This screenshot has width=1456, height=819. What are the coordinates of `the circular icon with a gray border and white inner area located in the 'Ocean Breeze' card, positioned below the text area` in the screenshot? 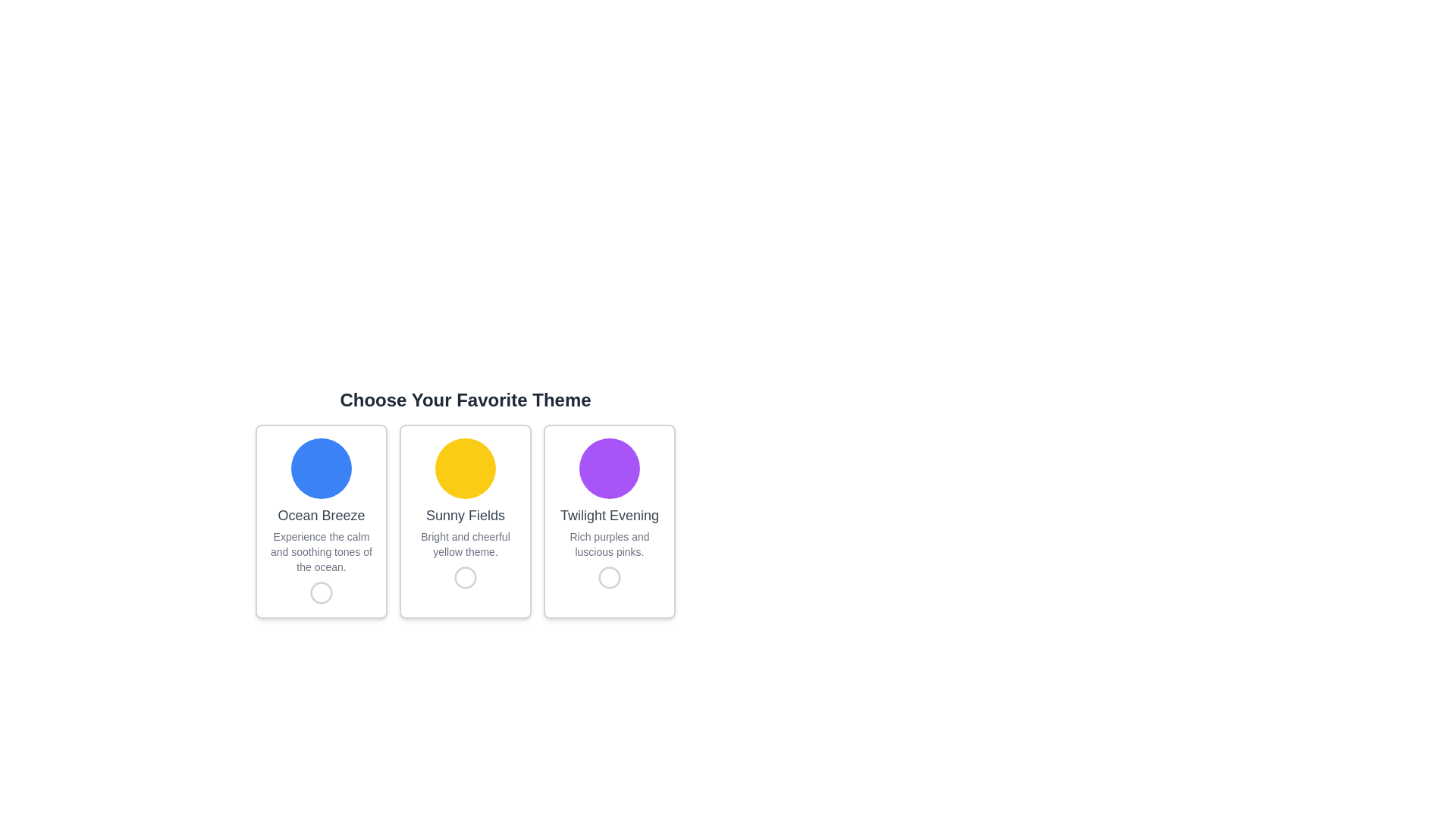 It's located at (320, 592).